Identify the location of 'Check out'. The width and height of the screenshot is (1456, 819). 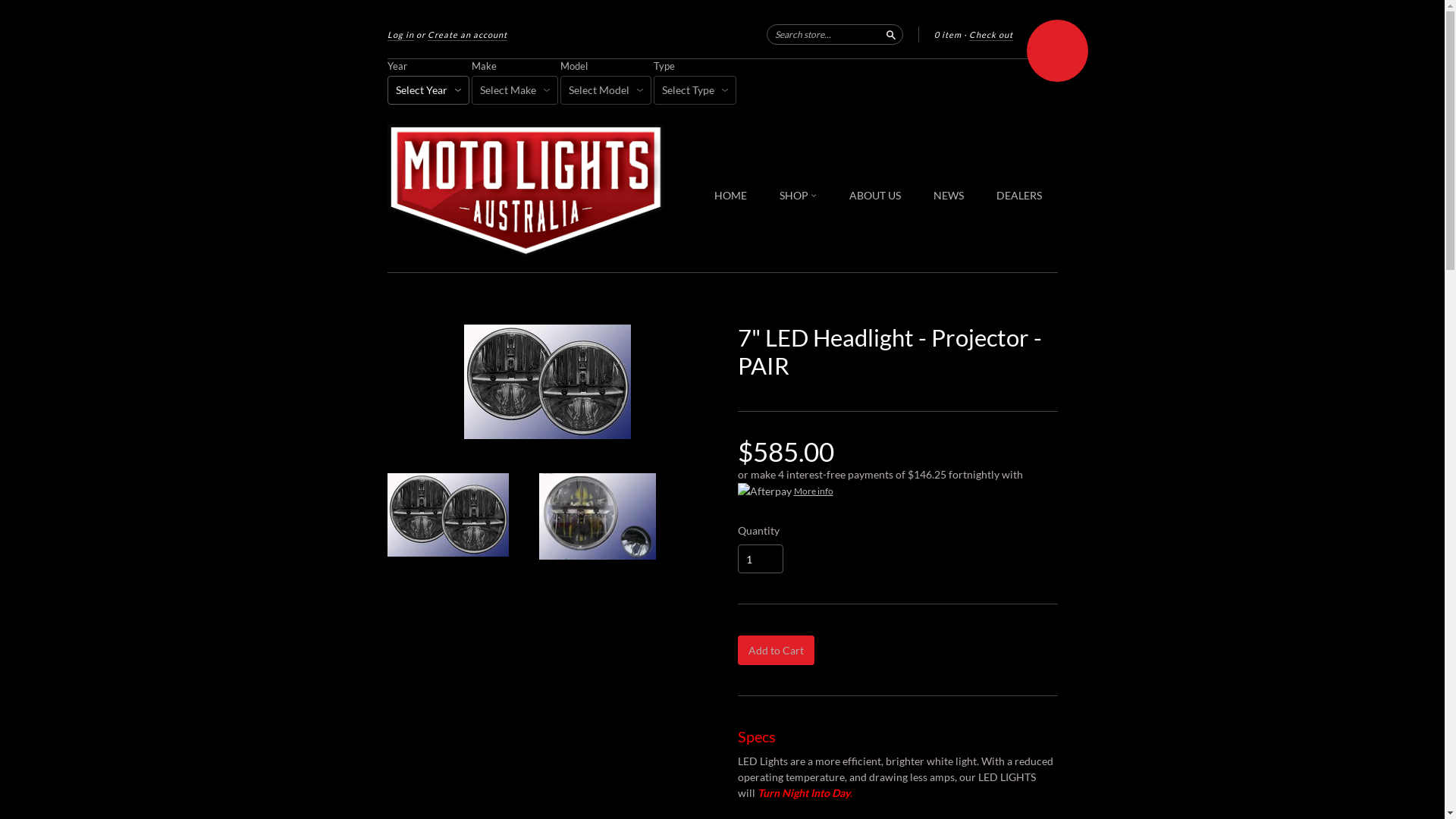
(990, 34).